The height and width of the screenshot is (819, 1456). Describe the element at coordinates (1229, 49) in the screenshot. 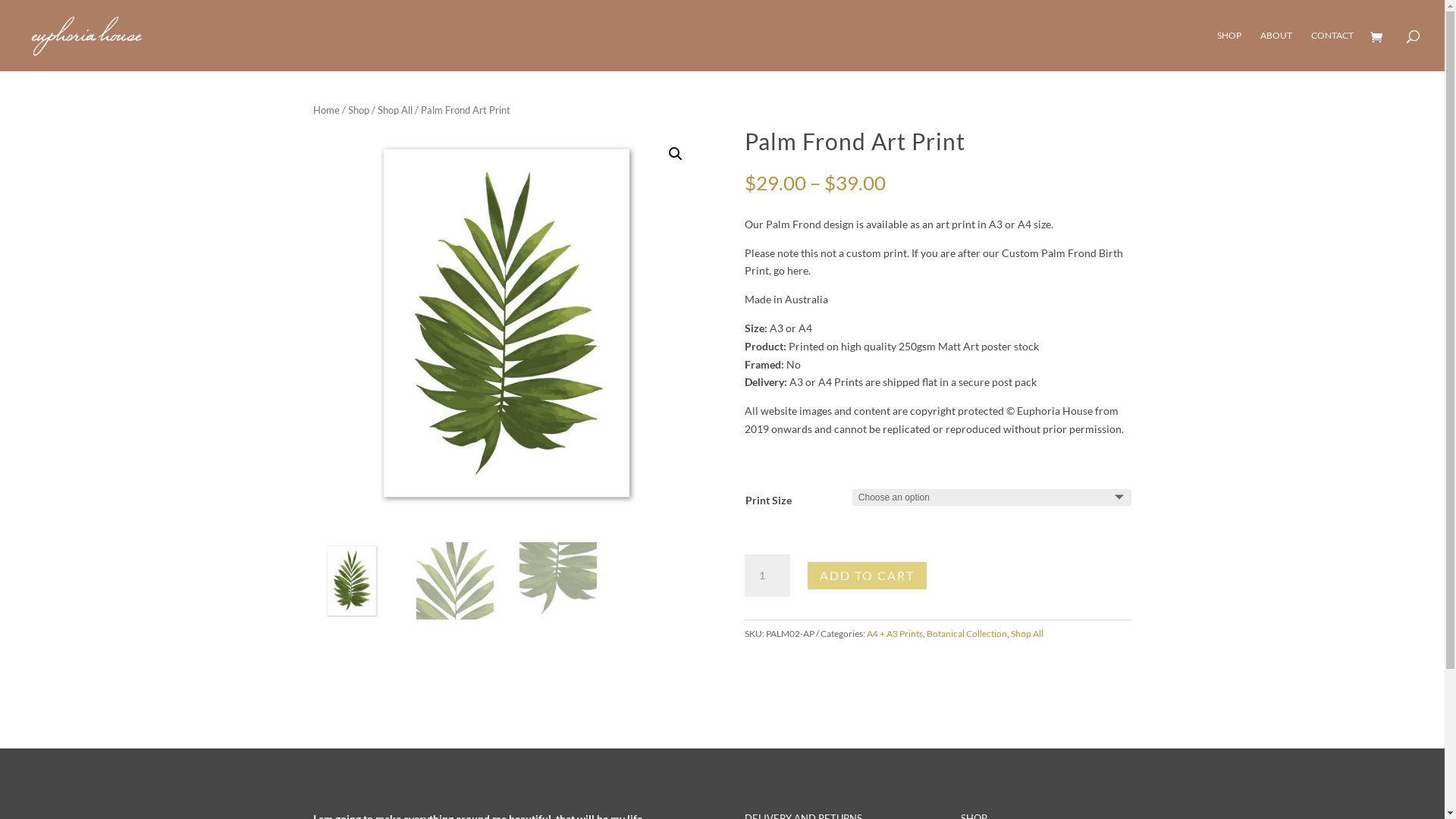

I see `'SHOP'` at that location.